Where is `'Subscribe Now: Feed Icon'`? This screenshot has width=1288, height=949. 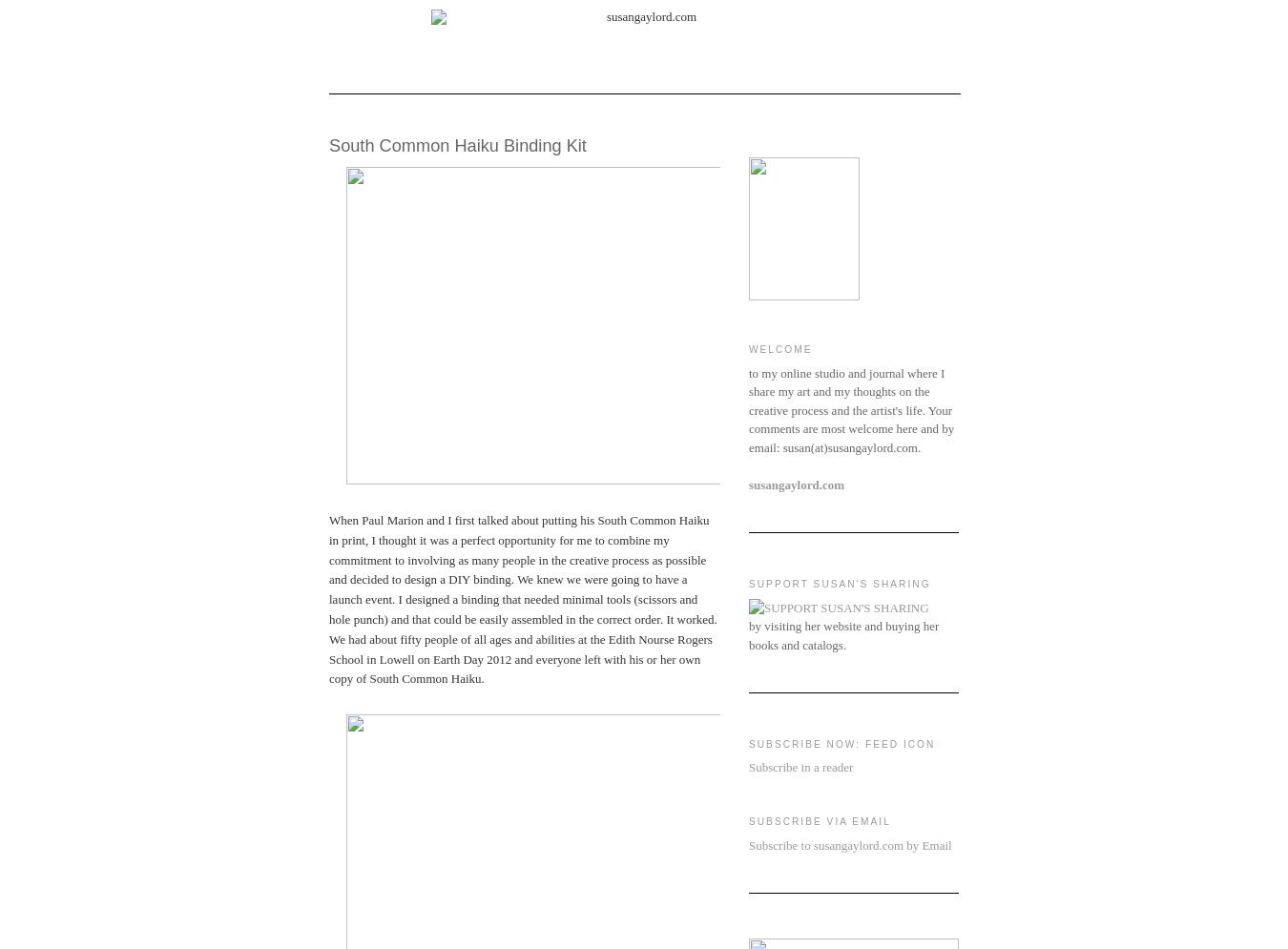 'Subscribe Now: Feed Icon' is located at coordinates (748, 743).